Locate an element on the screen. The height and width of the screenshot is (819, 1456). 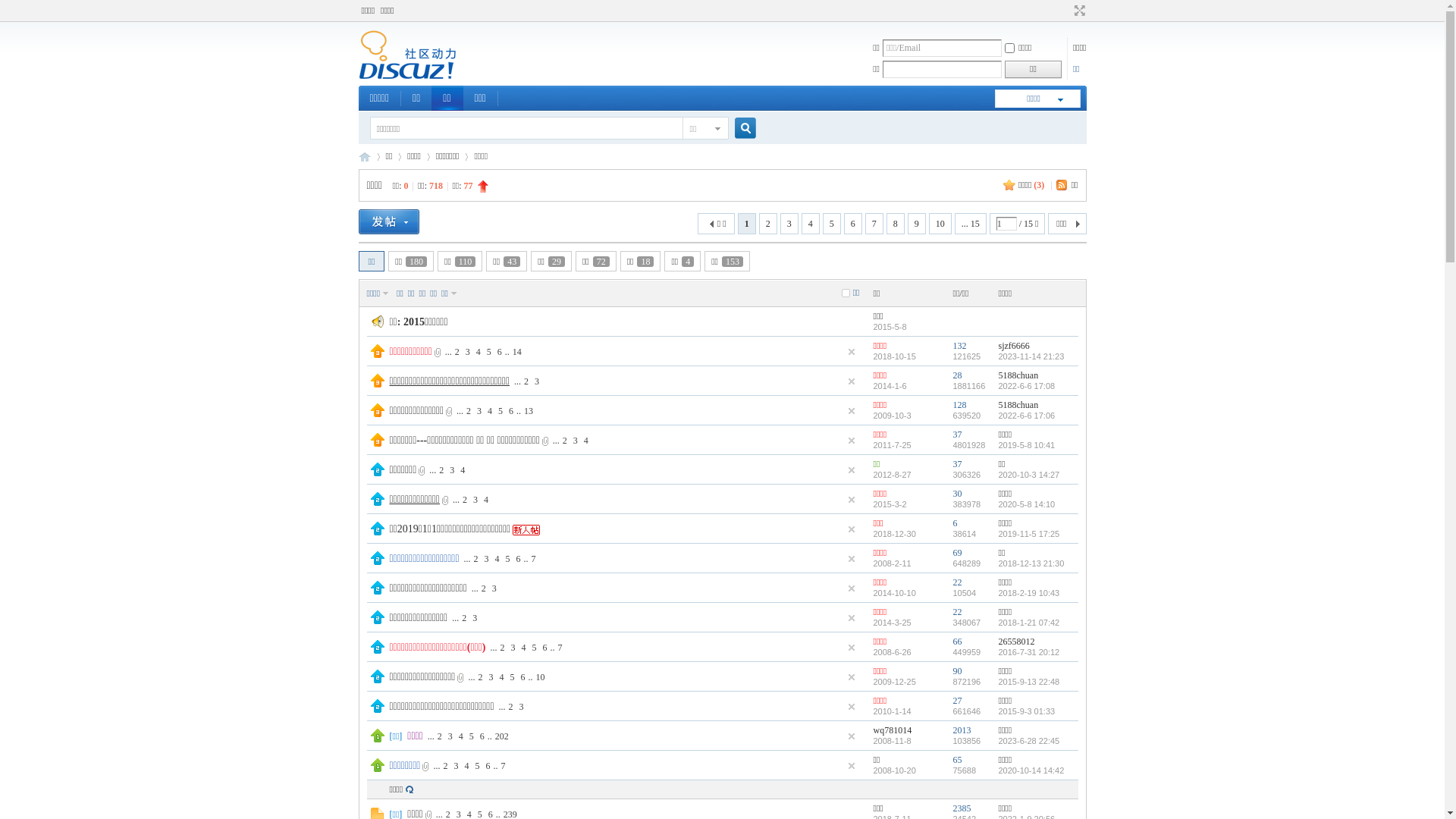
'2015-9-13 22:48' is located at coordinates (1028, 680).